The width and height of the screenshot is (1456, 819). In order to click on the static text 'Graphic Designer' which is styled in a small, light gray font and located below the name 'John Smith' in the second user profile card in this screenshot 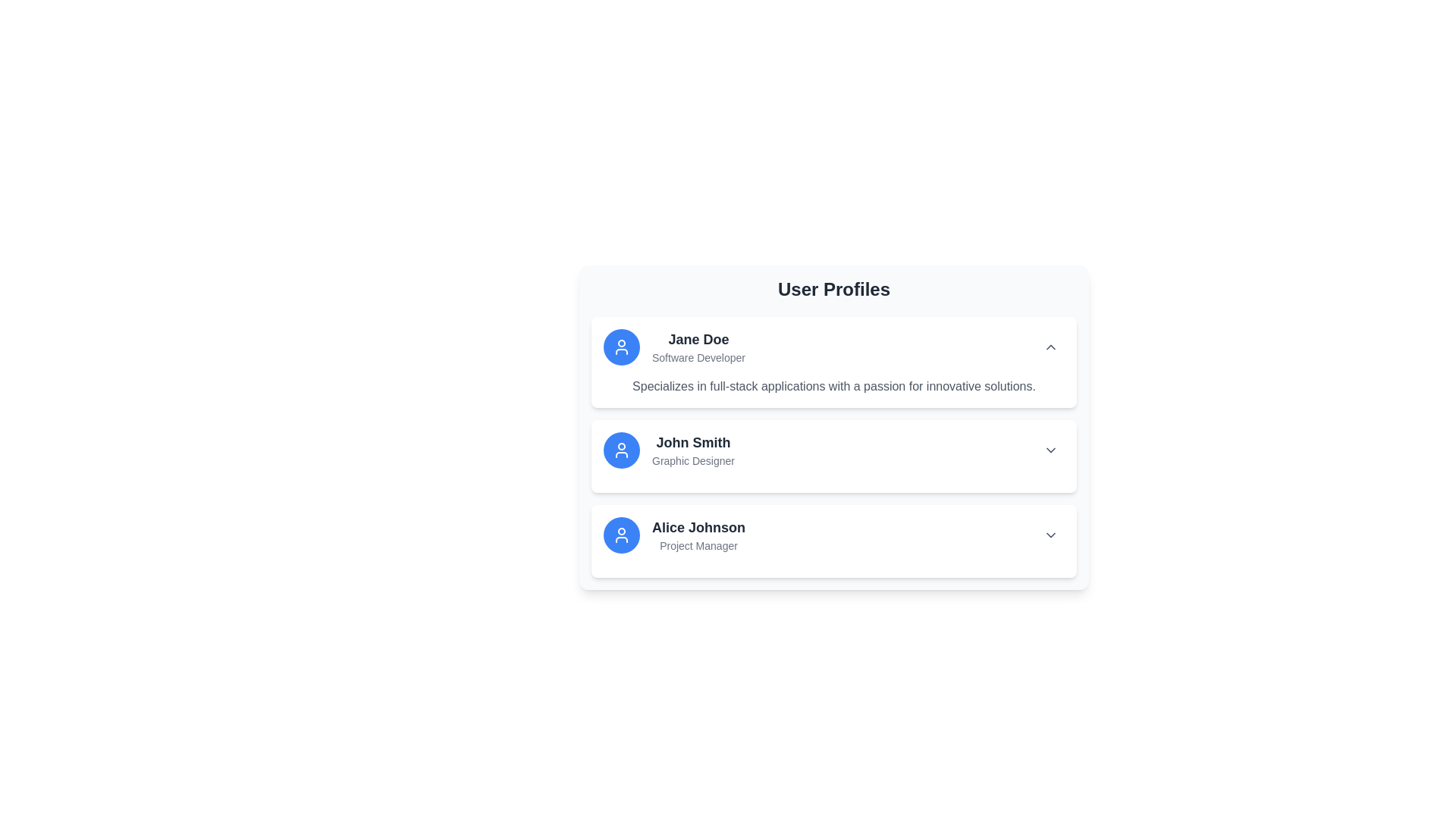, I will do `click(692, 460)`.